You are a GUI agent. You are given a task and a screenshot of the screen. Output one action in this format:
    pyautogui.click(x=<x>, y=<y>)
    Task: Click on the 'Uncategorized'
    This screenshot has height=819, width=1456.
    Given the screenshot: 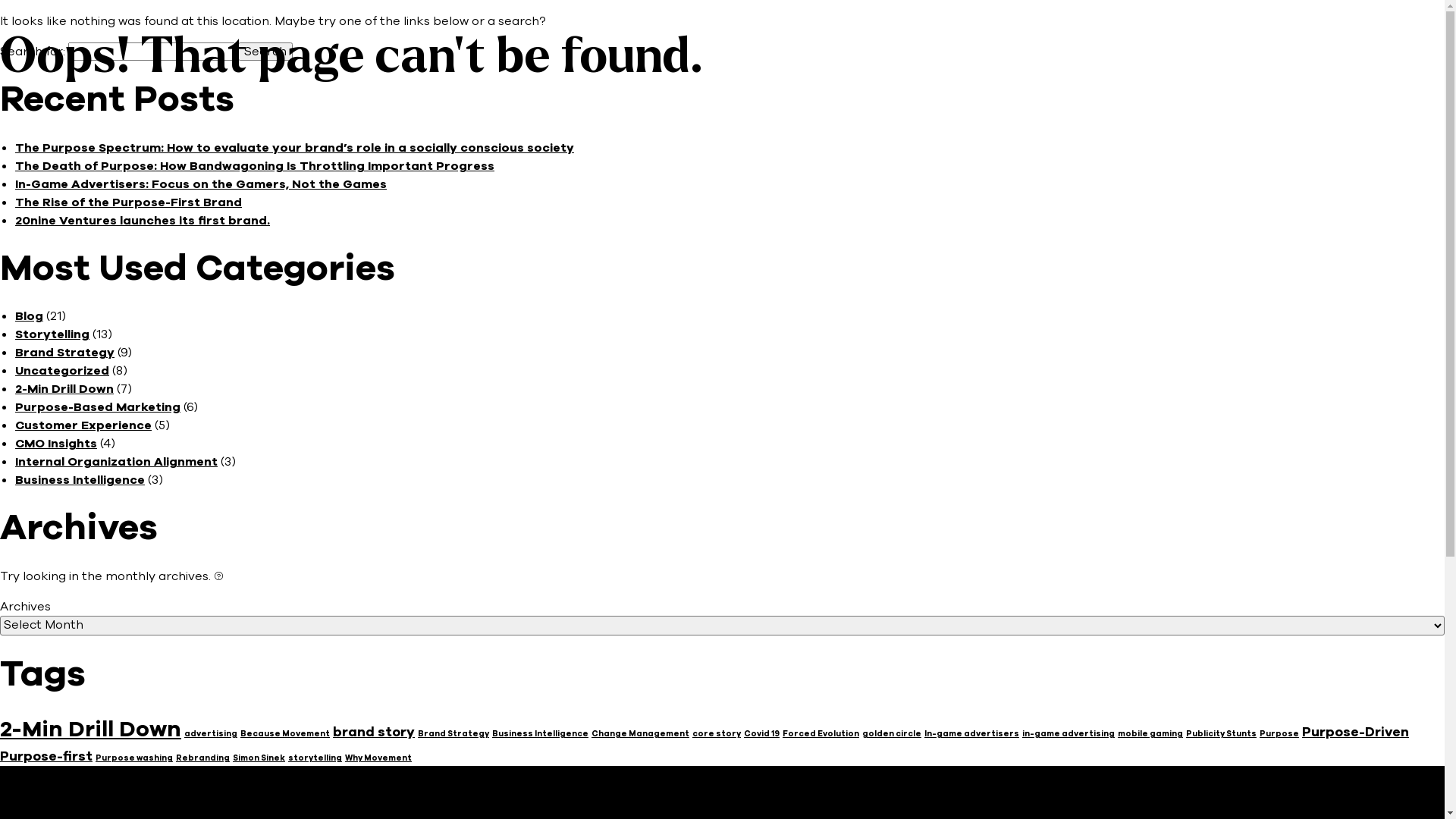 What is the action you would take?
    pyautogui.click(x=14, y=371)
    